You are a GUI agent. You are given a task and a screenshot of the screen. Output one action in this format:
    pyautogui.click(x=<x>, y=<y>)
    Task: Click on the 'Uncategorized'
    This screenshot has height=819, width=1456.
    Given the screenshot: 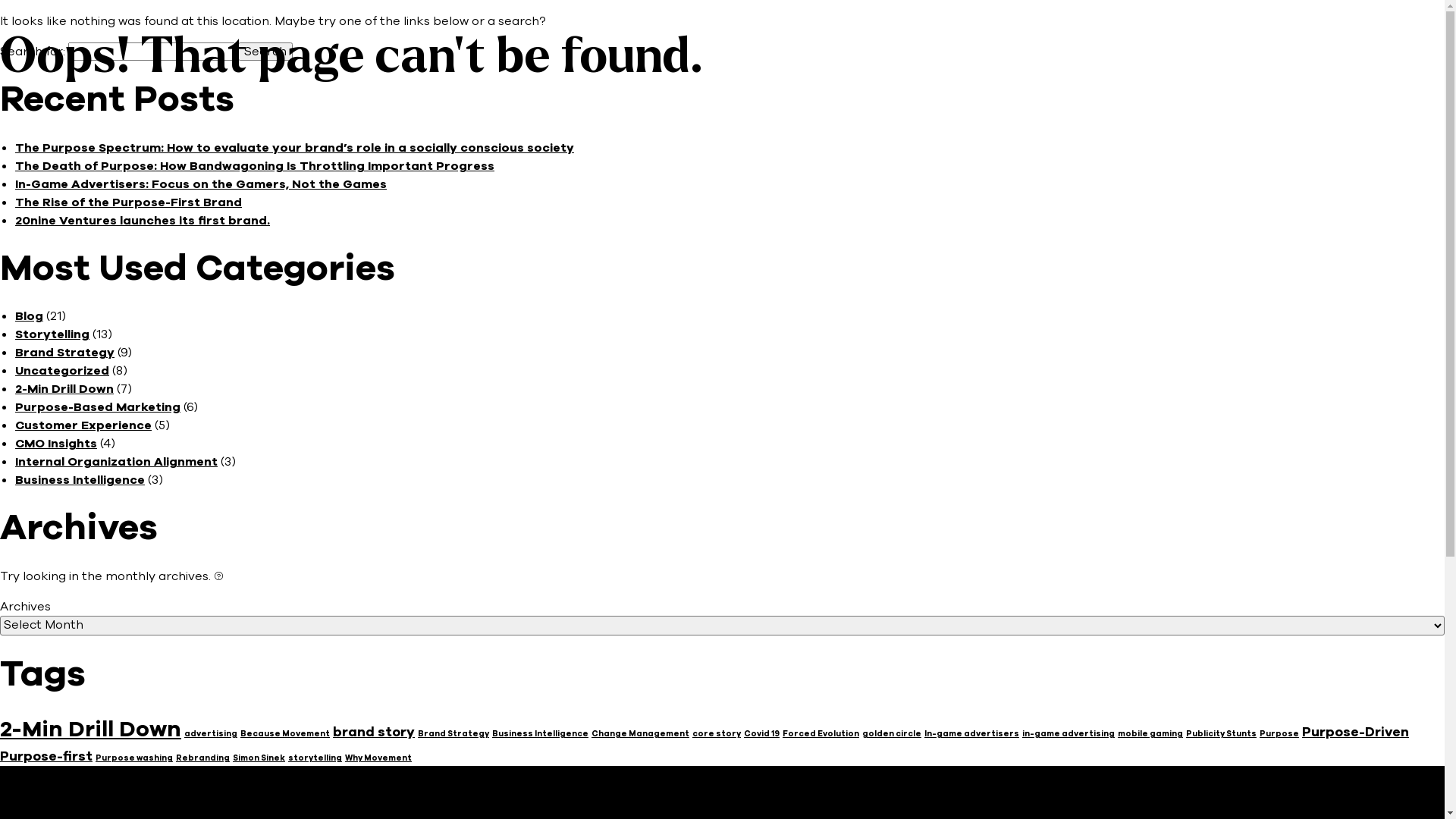 What is the action you would take?
    pyautogui.click(x=14, y=371)
    